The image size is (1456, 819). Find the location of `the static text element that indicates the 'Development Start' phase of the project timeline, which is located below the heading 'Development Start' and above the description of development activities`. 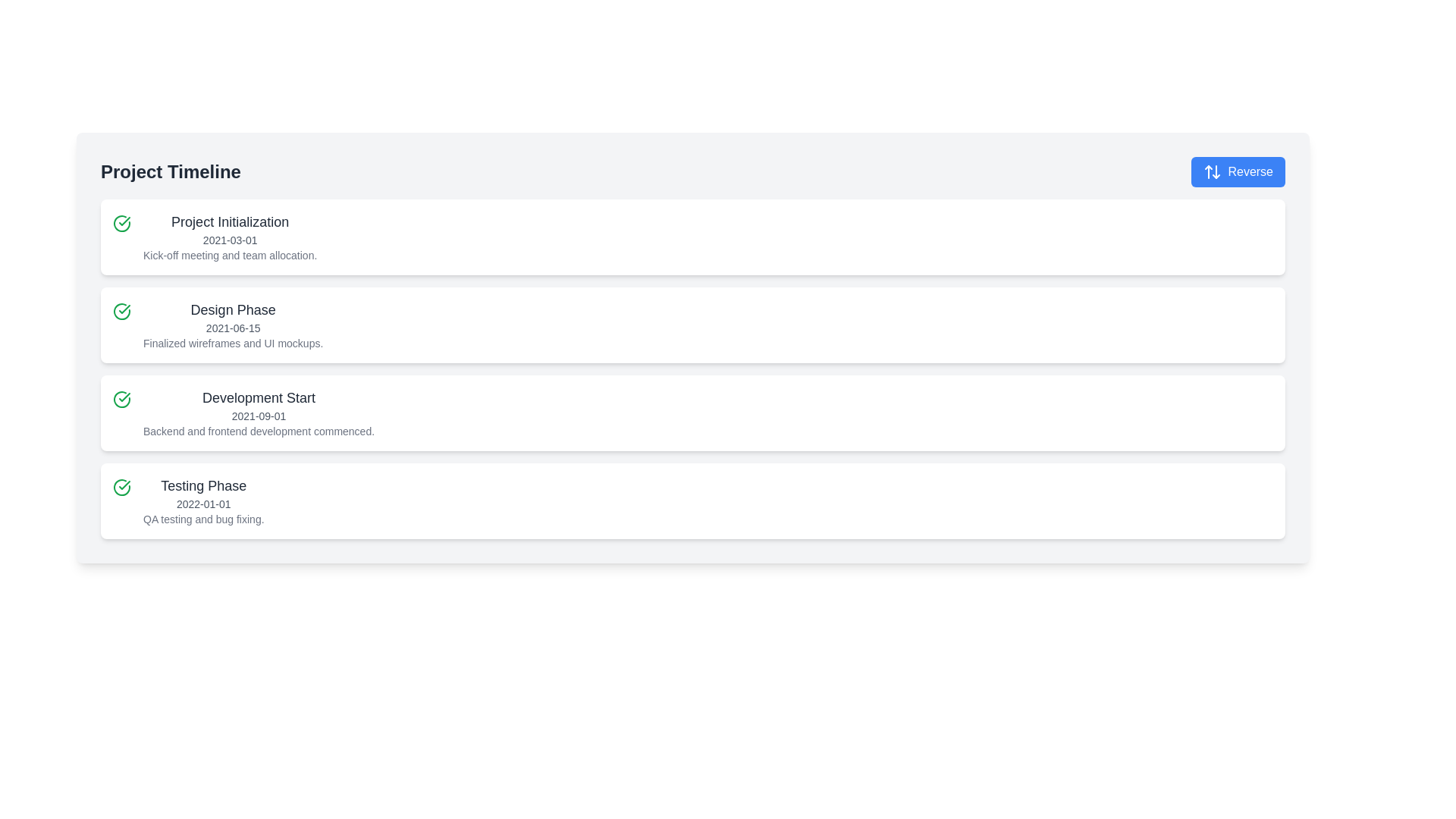

the static text element that indicates the 'Development Start' phase of the project timeline, which is located below the heading 'Development Start' and above the description of development activities is located at coordinates (259, 416).